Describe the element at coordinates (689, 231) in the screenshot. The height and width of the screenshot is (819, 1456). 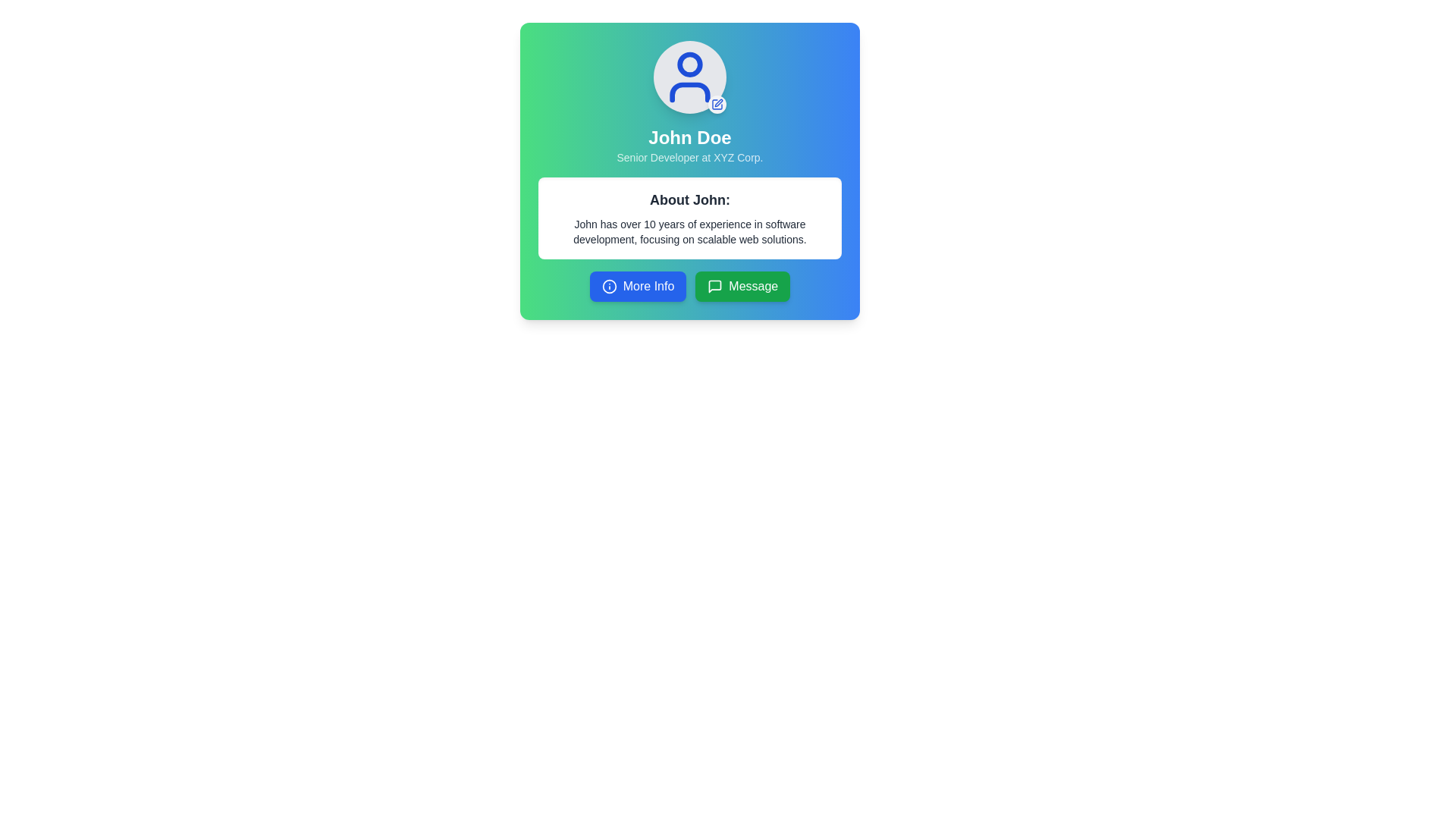
I see `the text display providing information about John's professional background and expertise in software development, located beneath the 'About John:' header` at that location.